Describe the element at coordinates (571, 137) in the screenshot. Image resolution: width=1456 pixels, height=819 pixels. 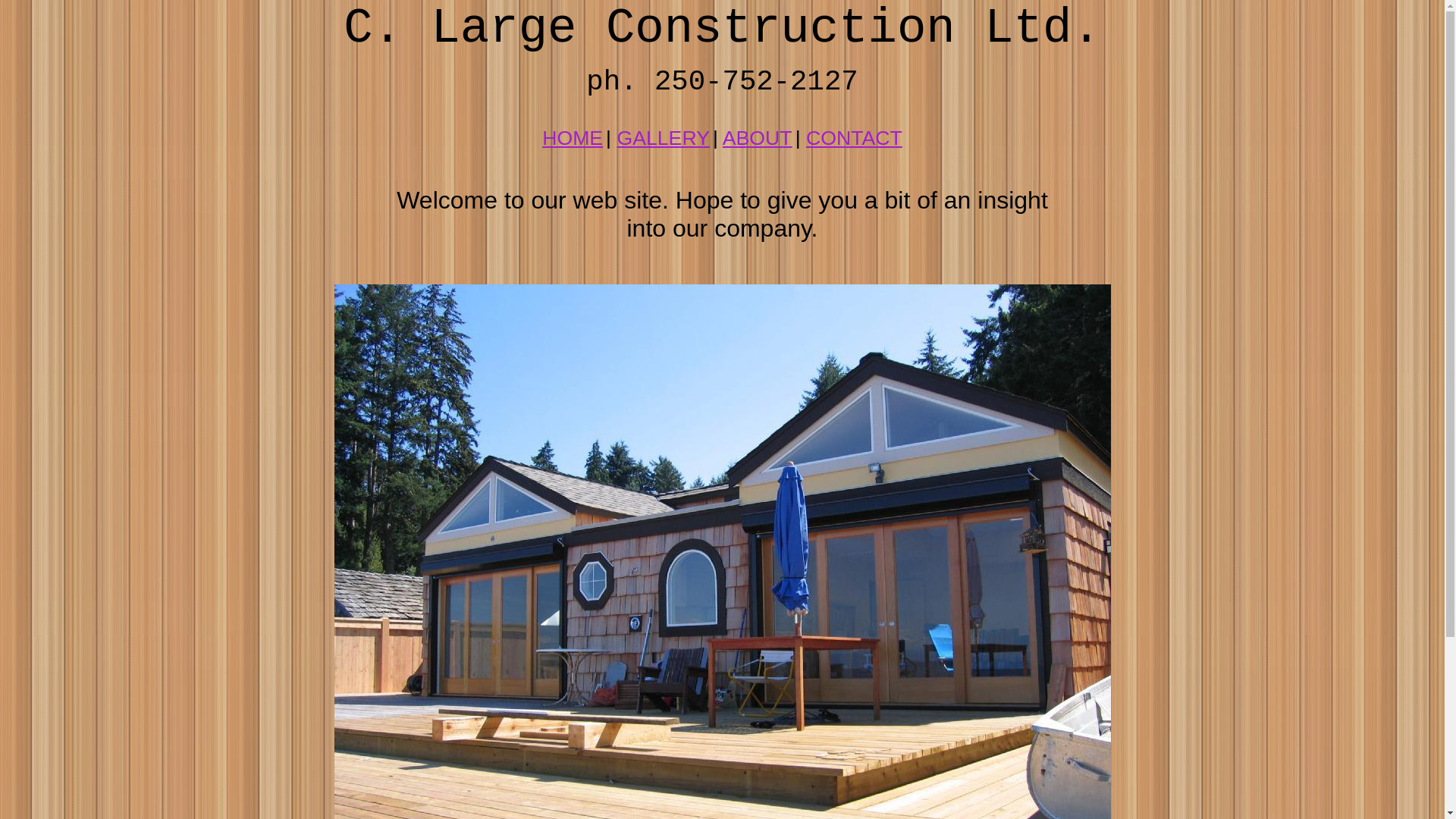
I see `'HOME'` at that location.